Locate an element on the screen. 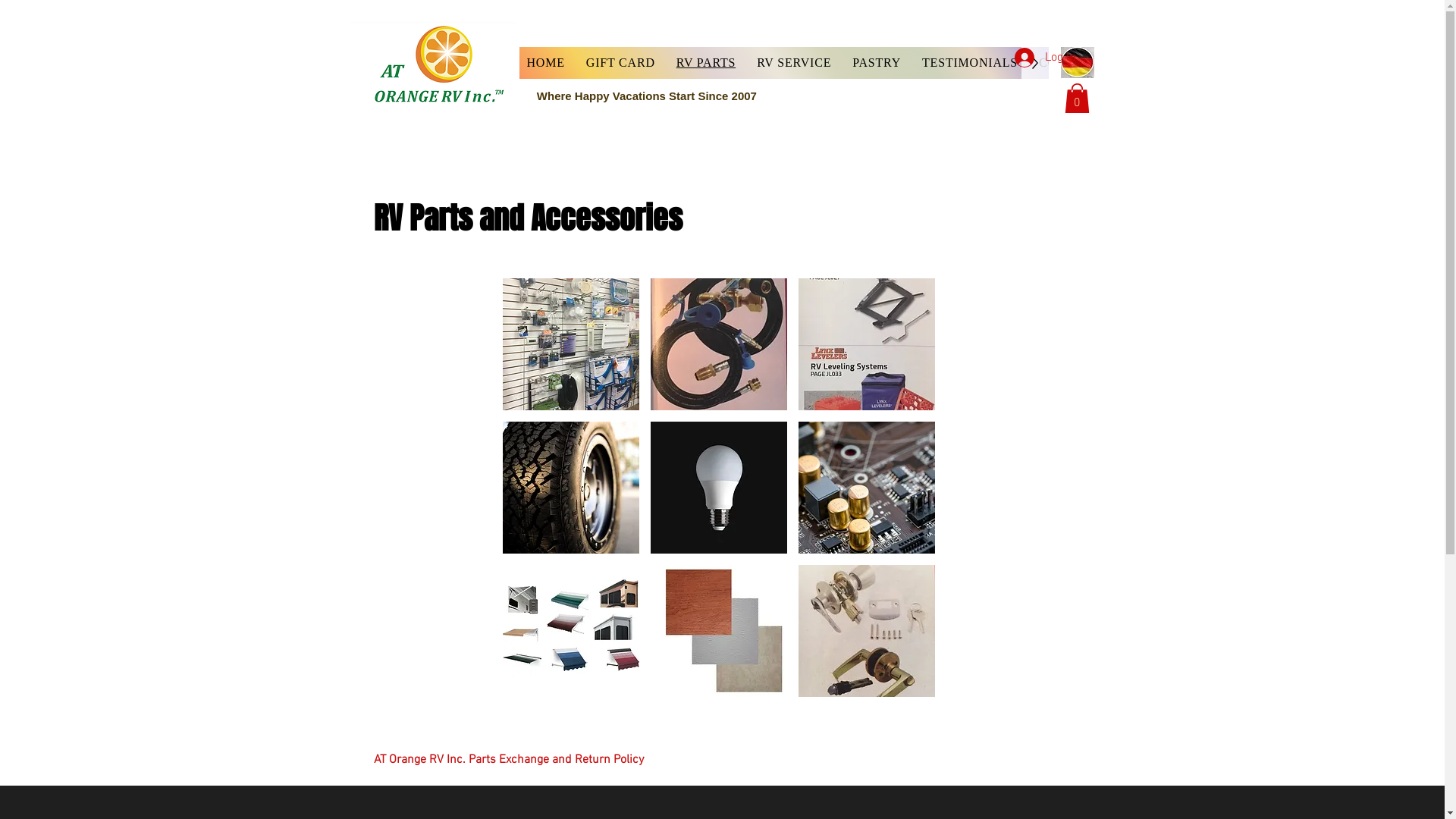  'CONTACT' is located at coordinates (1068, 62).